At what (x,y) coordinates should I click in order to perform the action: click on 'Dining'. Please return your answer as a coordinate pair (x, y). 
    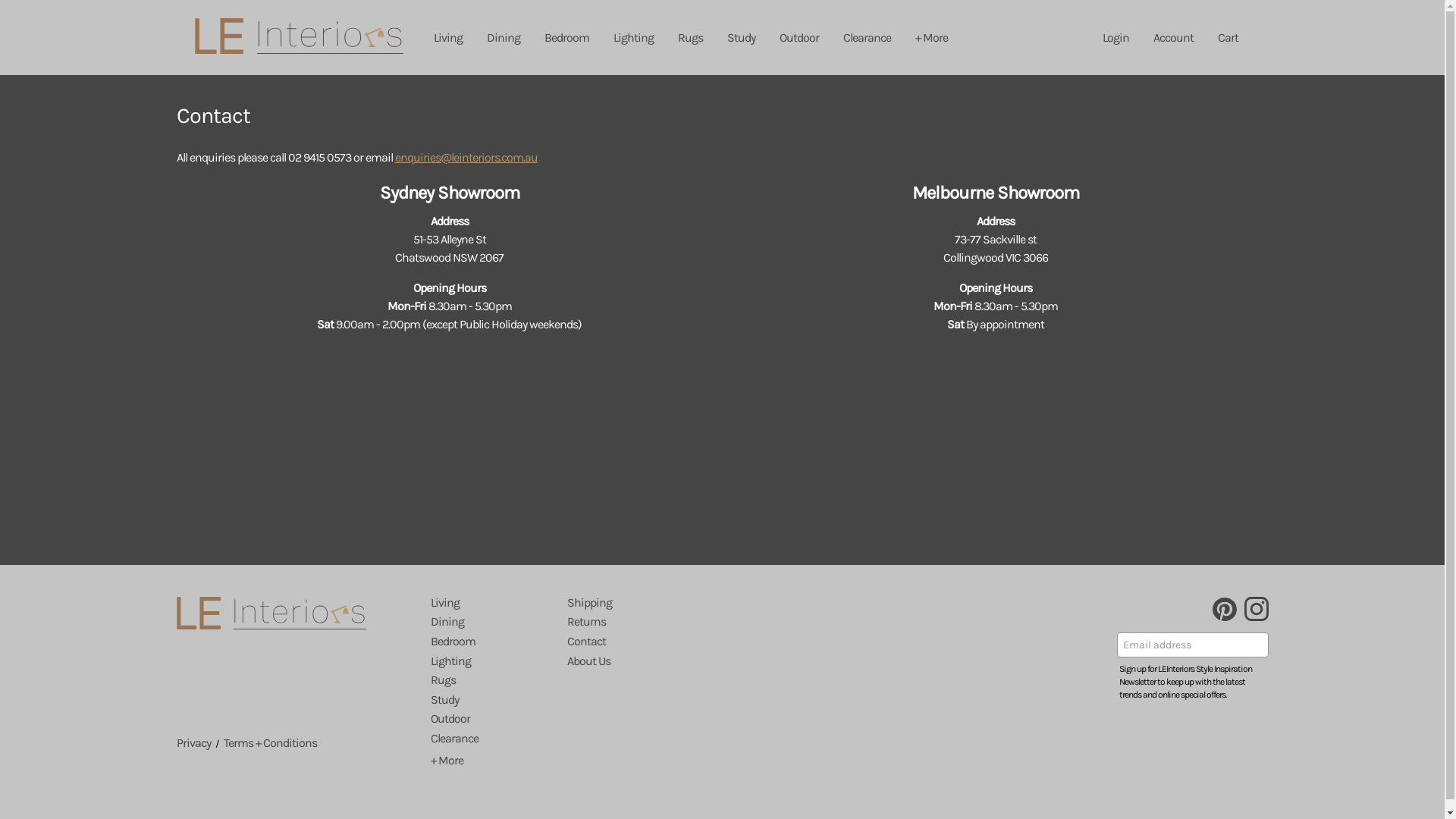
    Looking at the image, I should click on (447, 621).